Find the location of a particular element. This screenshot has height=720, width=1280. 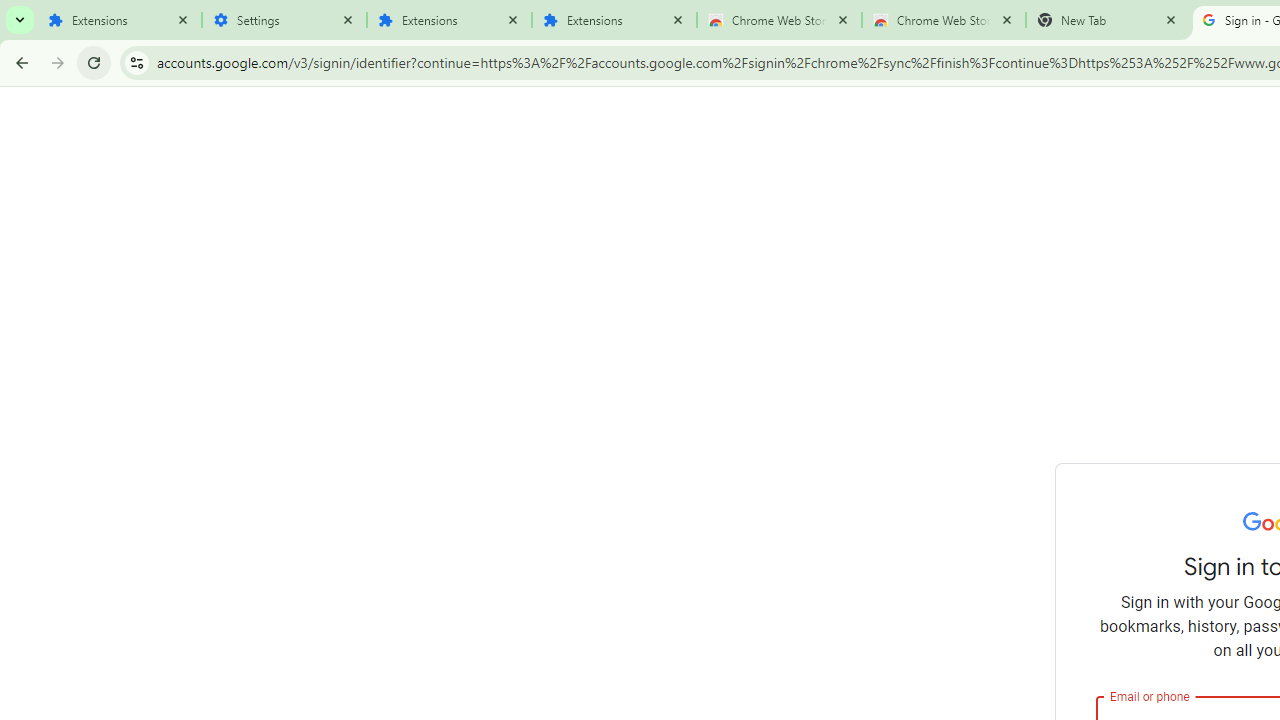

'Back' is located at coordinates (19, 61).